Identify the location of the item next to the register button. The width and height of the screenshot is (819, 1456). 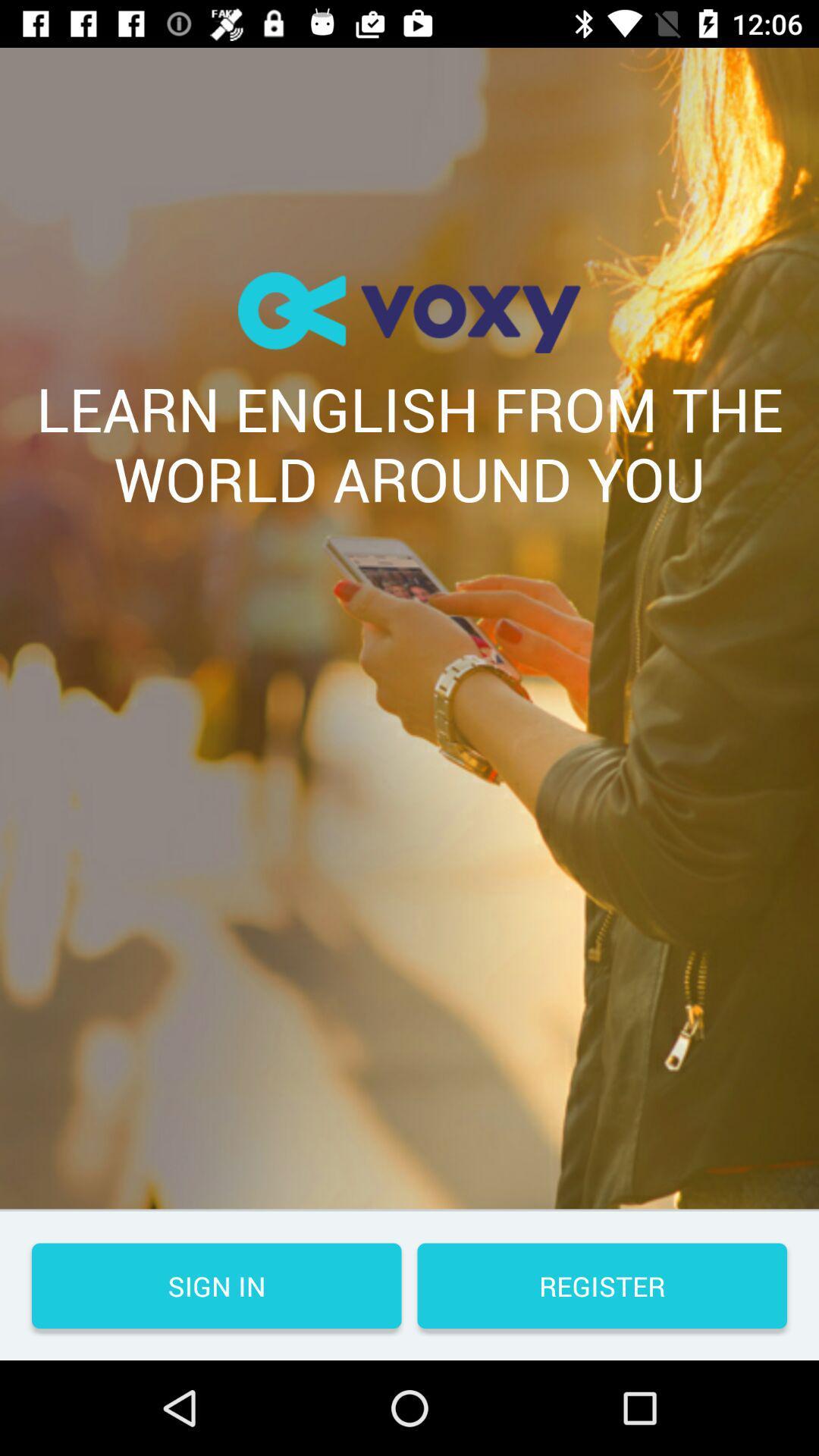
(216, 1285).